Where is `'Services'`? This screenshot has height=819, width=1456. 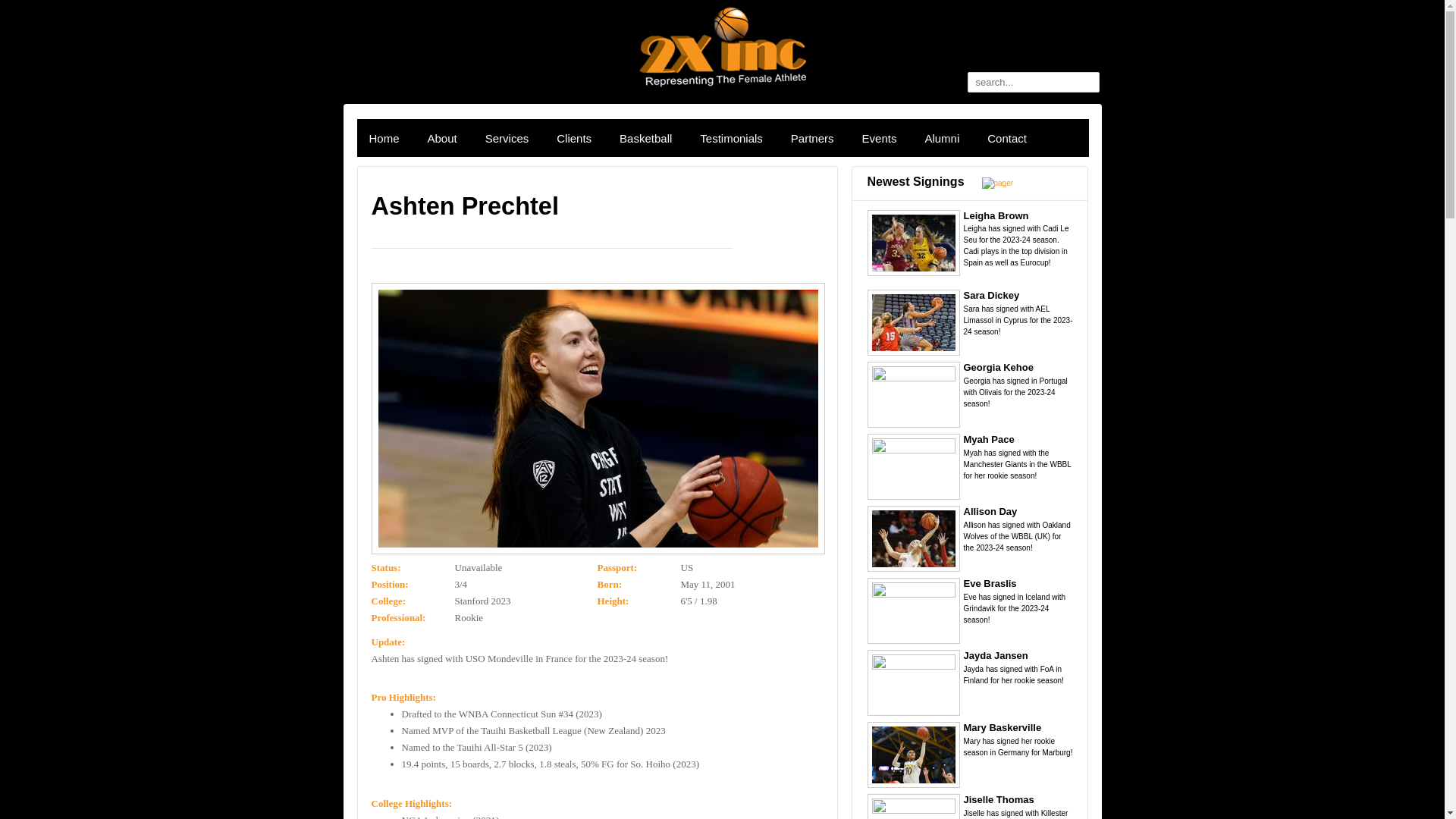
'Services' is located at coordinates (507, 138).